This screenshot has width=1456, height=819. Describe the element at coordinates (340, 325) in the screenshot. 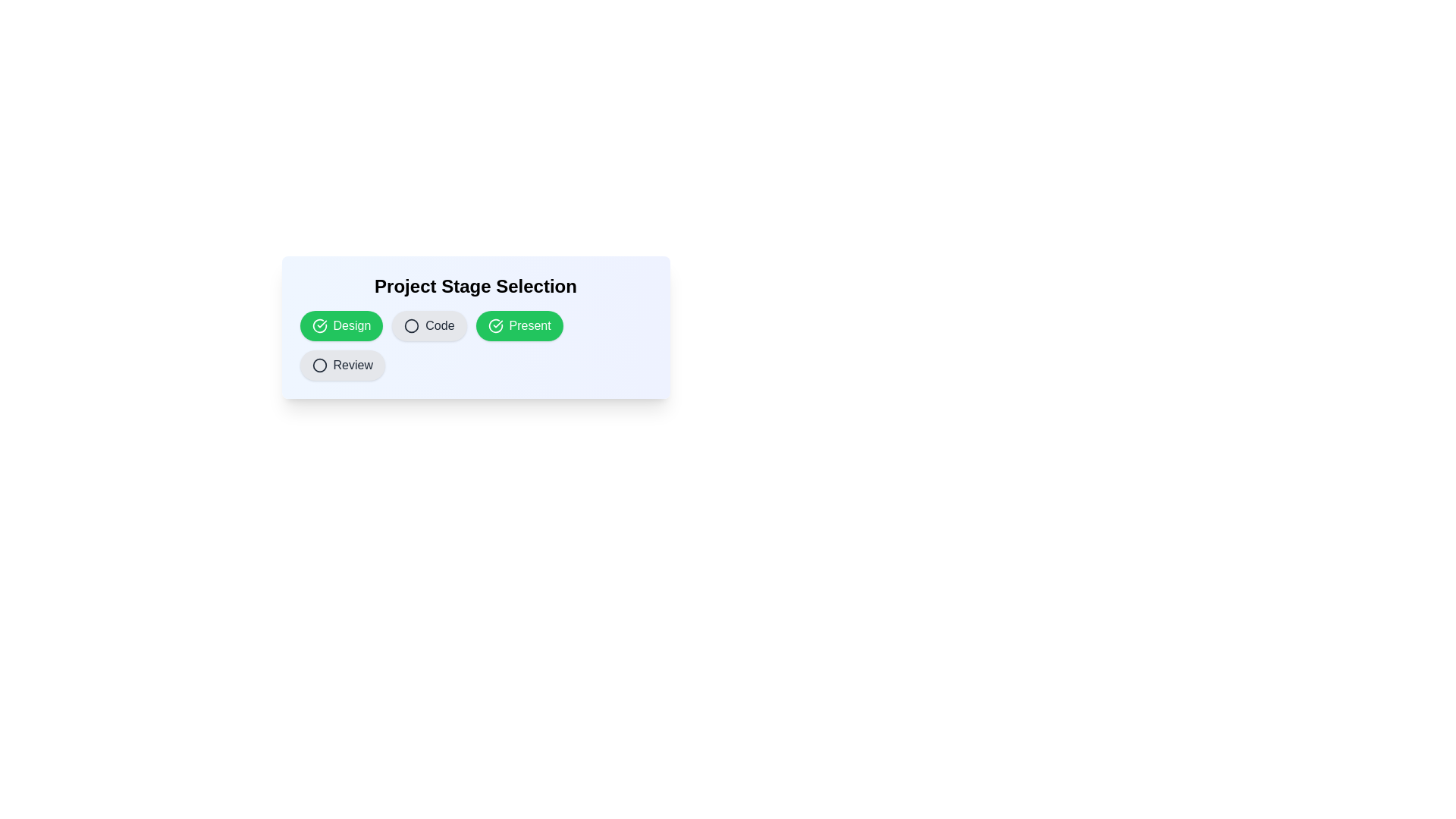

I see `the chip labeled Design` at that location.